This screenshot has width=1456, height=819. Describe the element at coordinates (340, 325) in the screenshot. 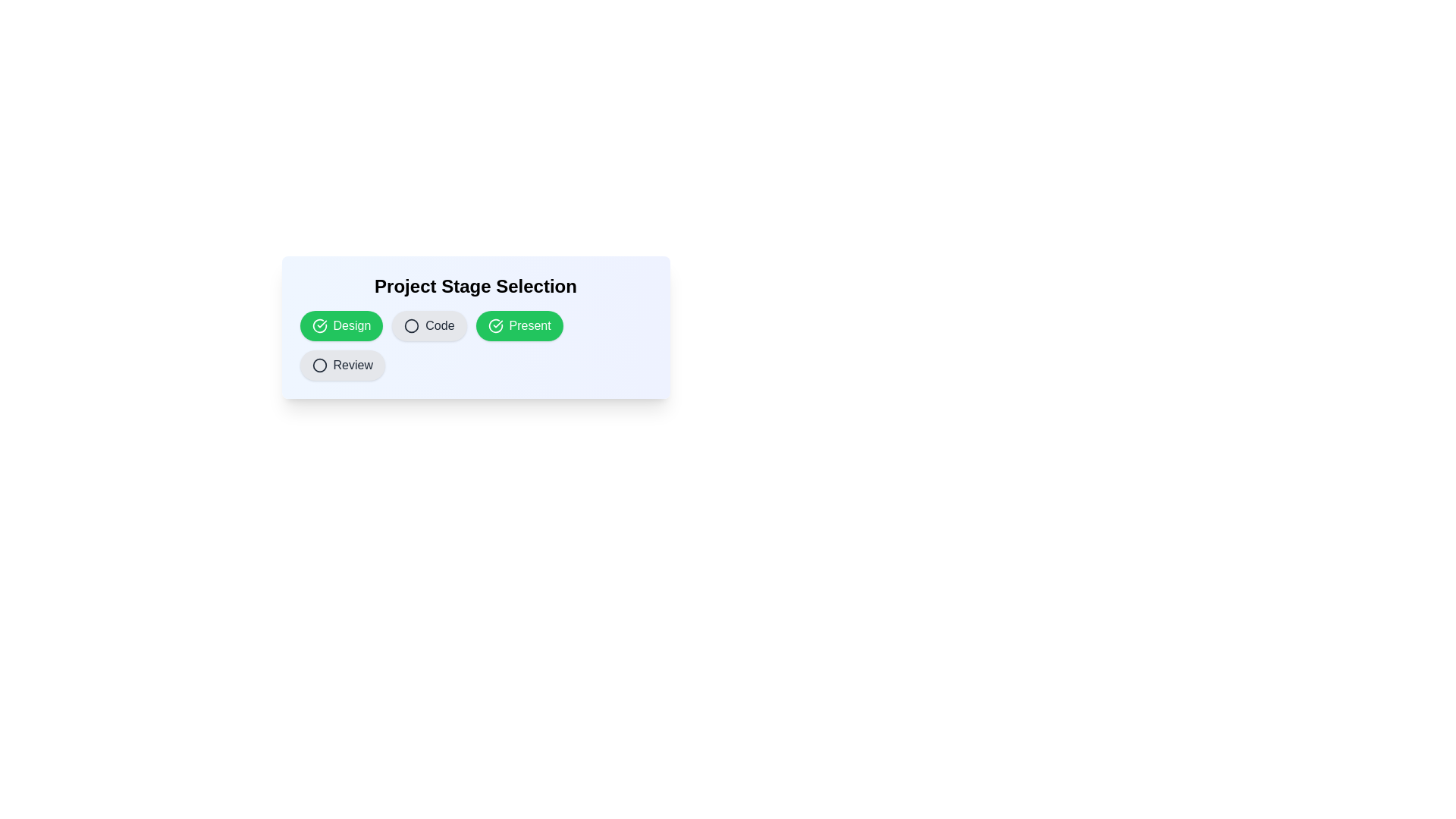

I see `the chip labeled Design` at that location.